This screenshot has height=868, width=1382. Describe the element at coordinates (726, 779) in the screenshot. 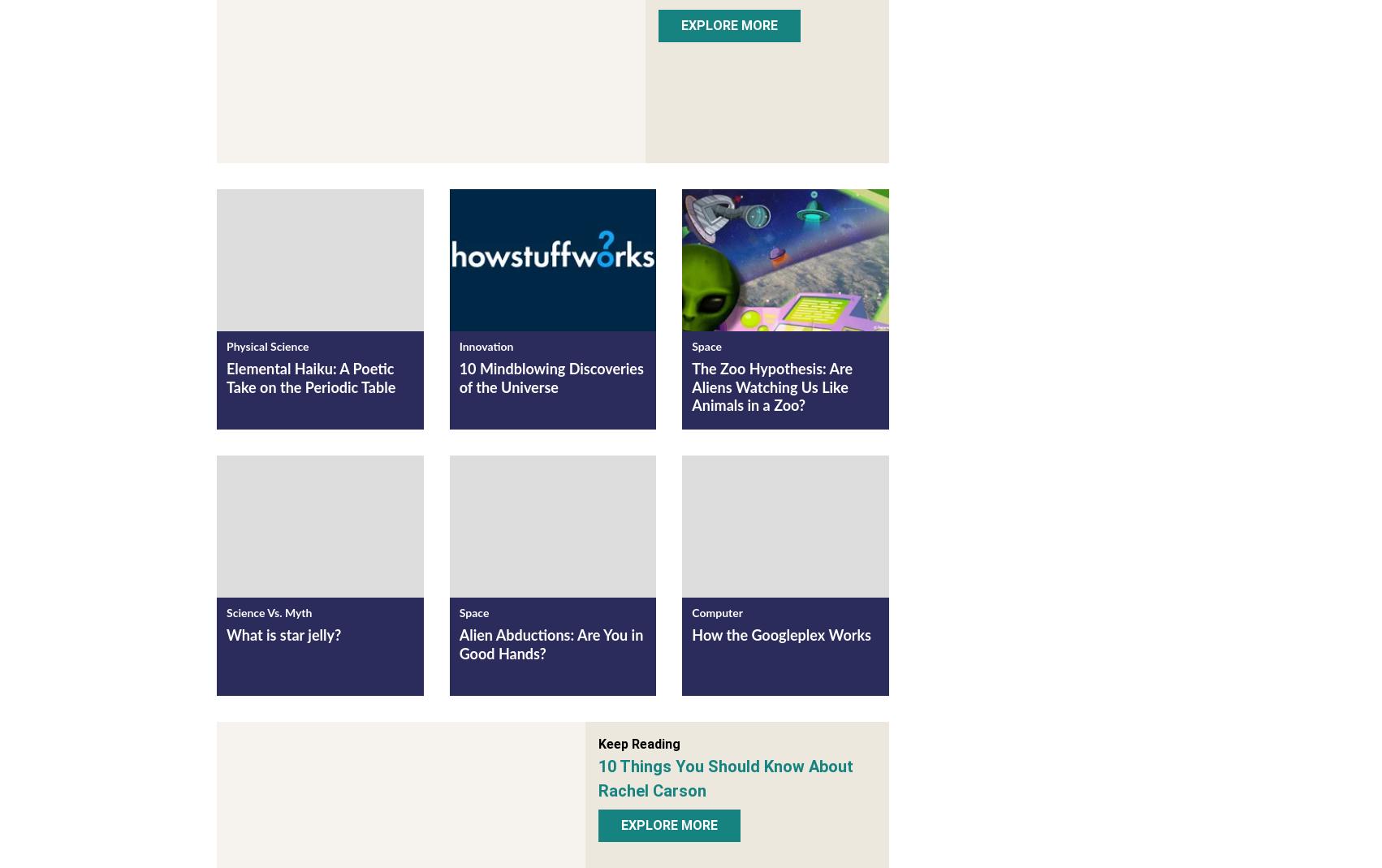

I see `'10 Things You Should Know About Rachel Carson'` at that location.